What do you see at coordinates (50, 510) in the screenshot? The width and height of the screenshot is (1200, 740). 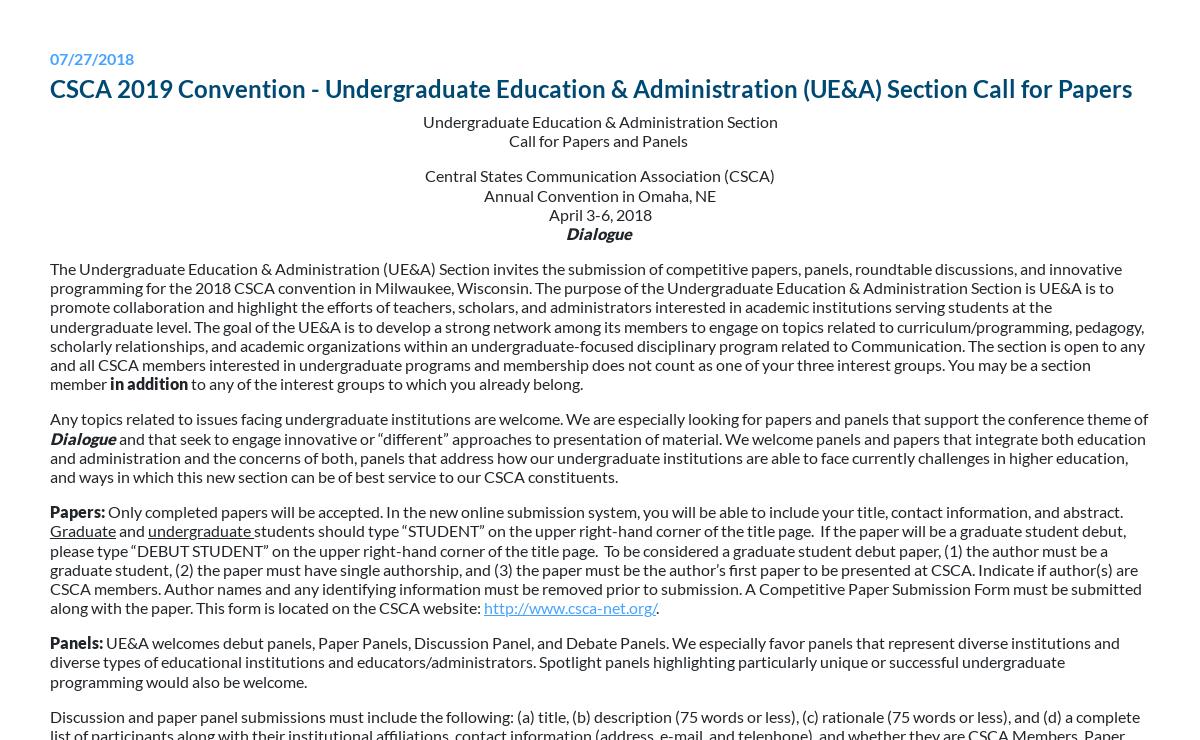 I see `'Papers:'` at bounding box center [50, 510].